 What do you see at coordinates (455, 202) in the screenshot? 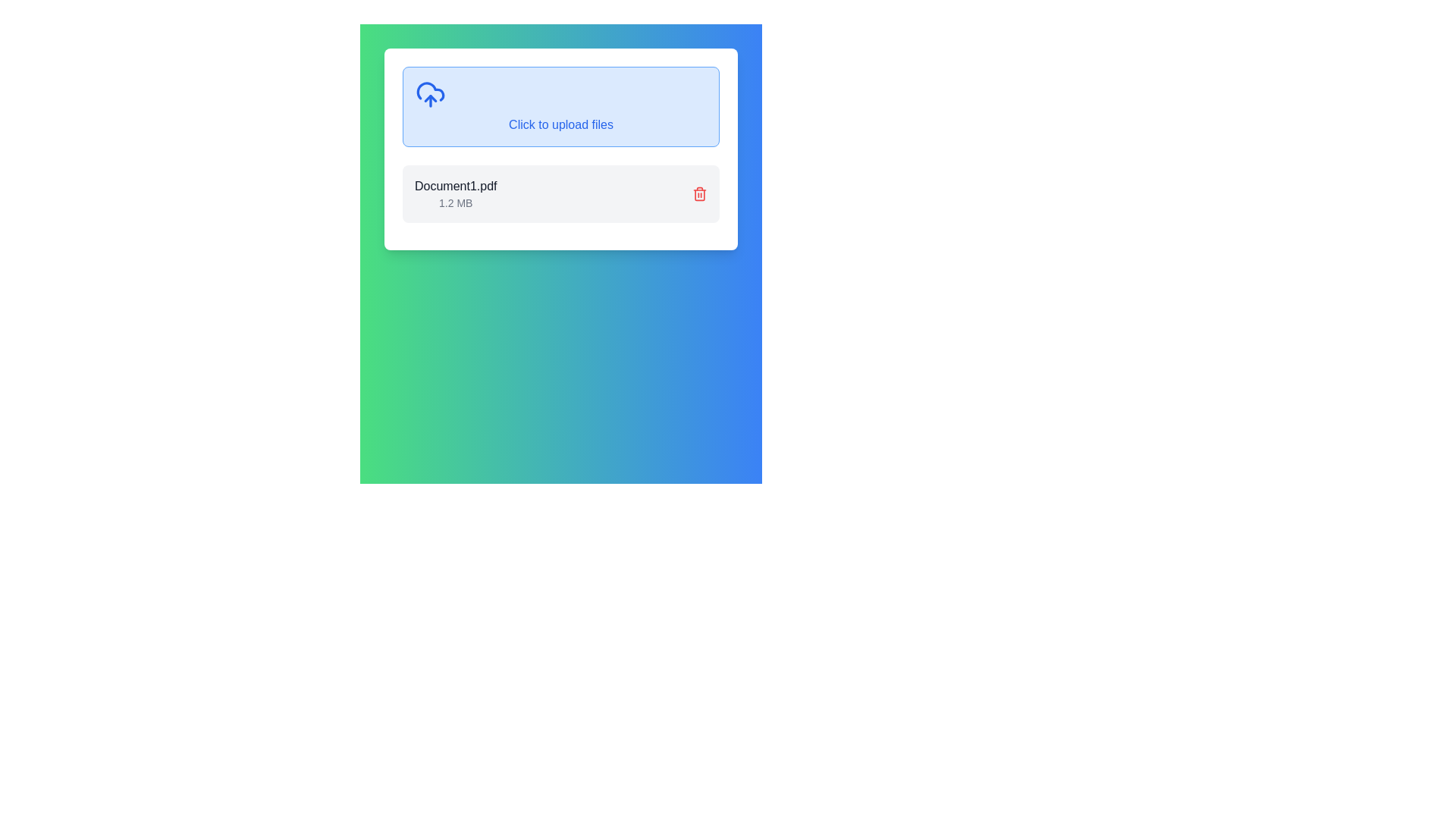
I see `the textual label displaying '1.2 MB' located below 'Document1.pdf' in the file information section` at bounding box center [455, 202].